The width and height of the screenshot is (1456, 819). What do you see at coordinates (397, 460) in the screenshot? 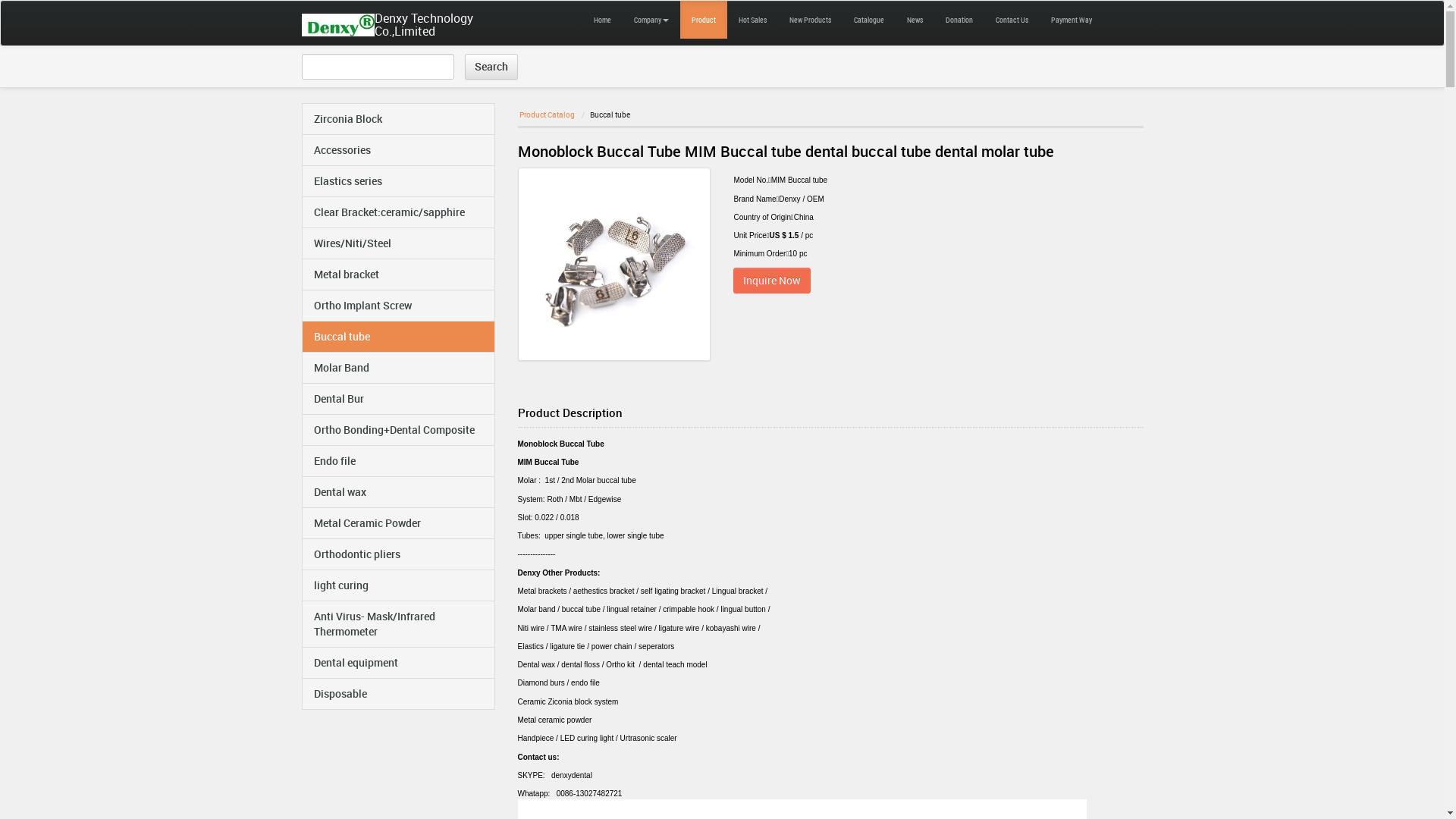
I see `'Endo file'` at bounding box center [397, 460].